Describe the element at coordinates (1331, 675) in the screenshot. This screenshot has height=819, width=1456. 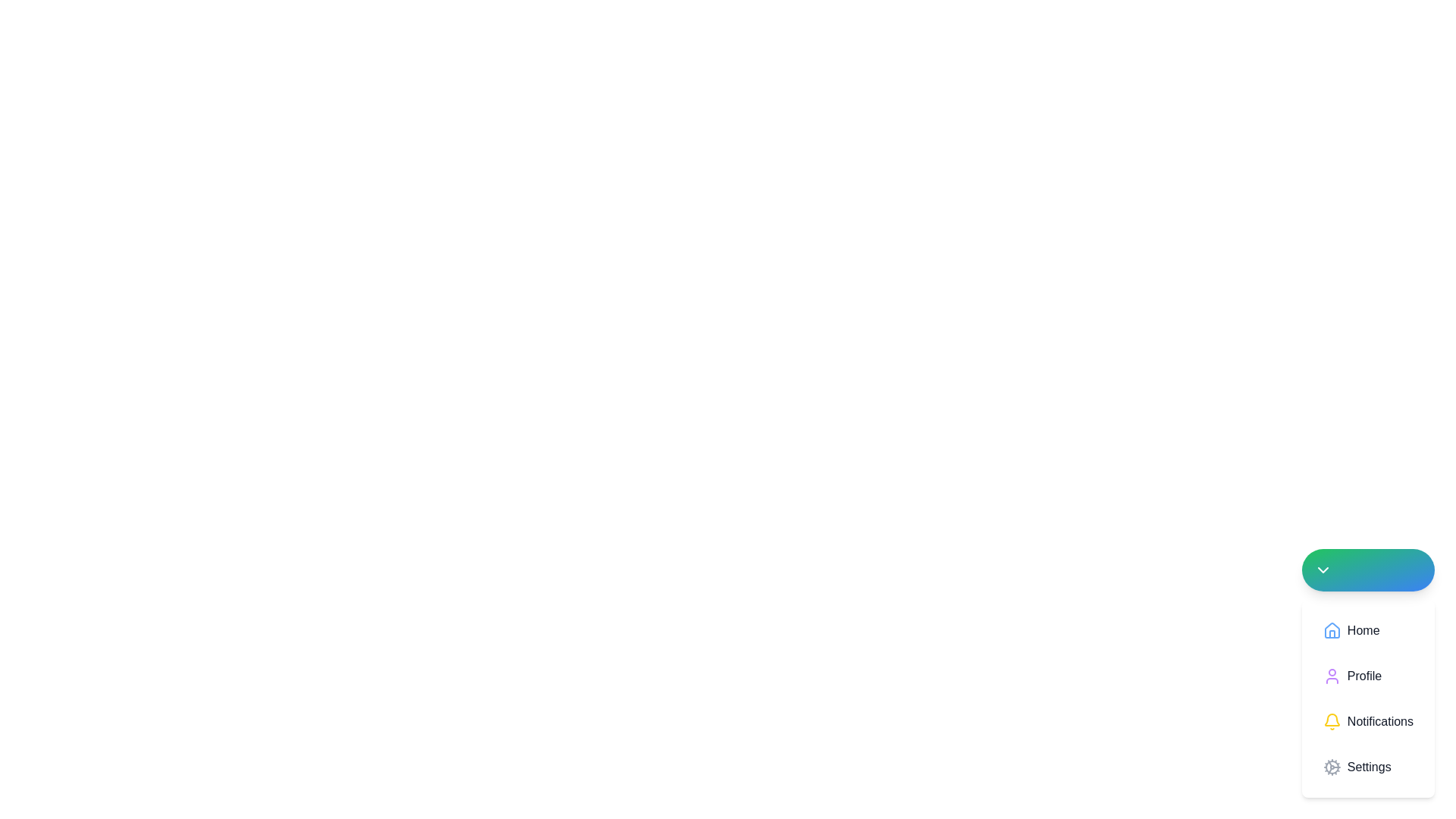
I see `the purple user icon, which is part of the 'Profile' menu option` at that location.